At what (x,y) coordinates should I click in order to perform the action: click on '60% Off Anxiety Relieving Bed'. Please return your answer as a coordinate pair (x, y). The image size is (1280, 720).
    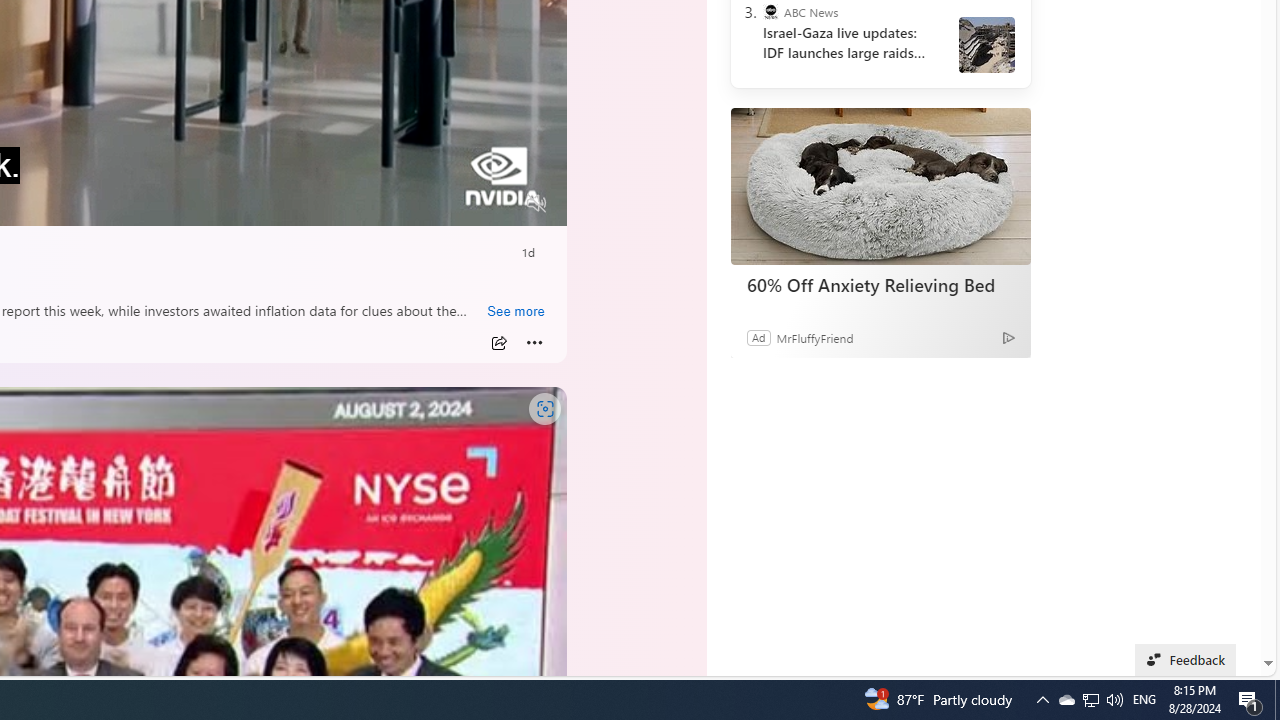
    Looking at the image, I should click on (880, 186).